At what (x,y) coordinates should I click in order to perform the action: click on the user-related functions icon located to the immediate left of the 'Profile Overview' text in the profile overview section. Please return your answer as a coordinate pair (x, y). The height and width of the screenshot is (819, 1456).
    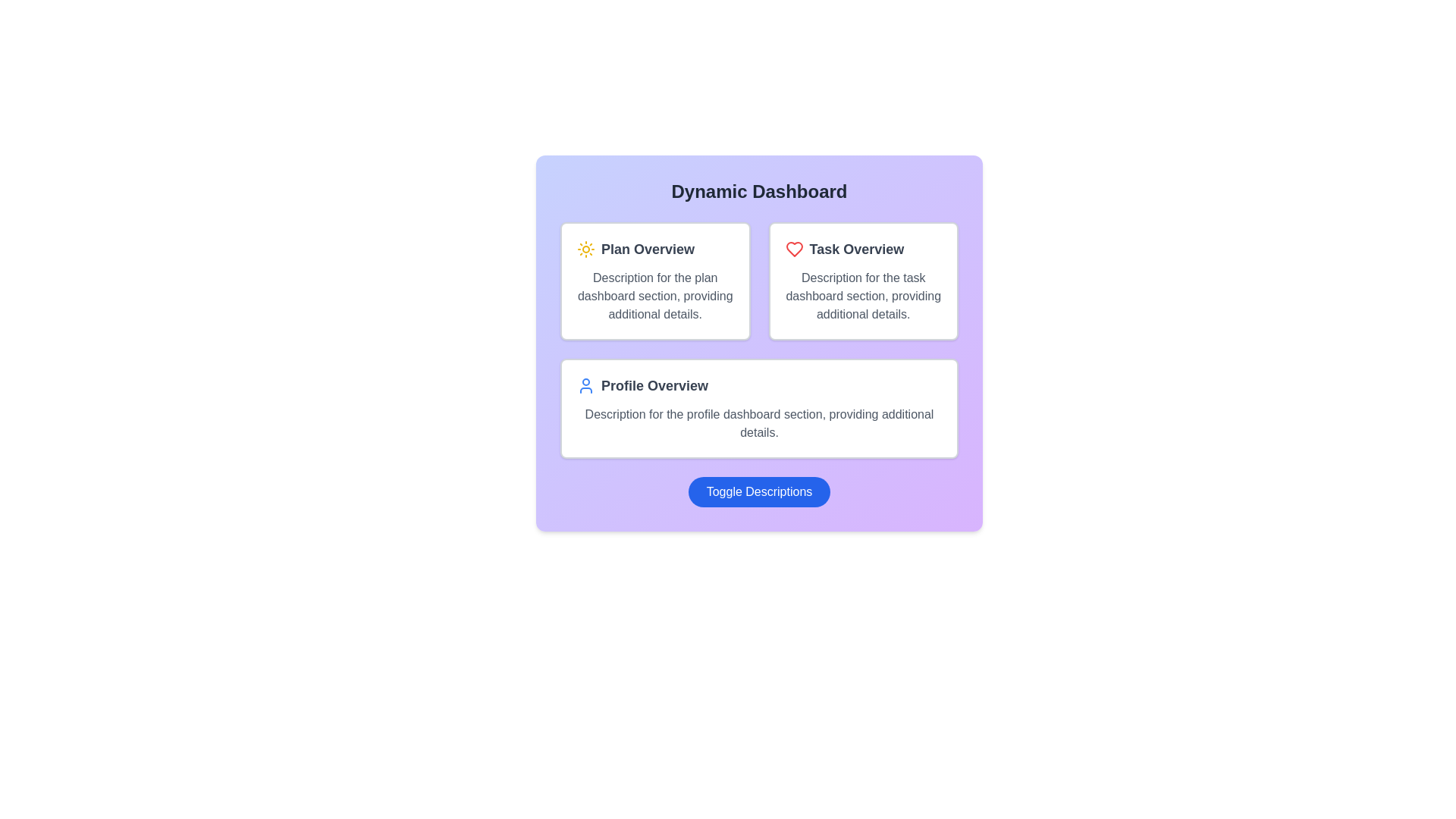
    Looking at the image, I should click on (585, 385).